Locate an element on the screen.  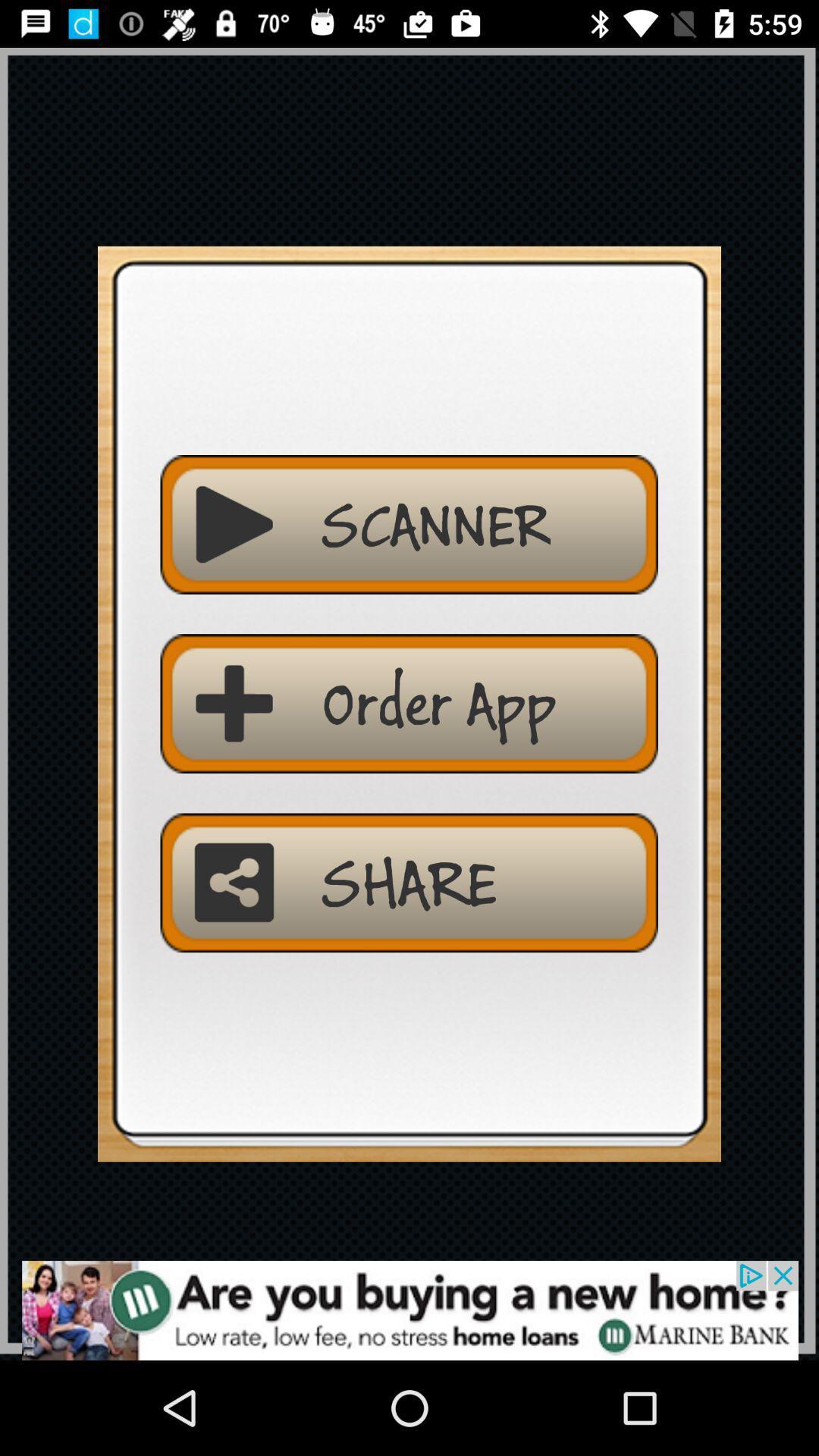
the advertisement is located at coordinates (409, 1310).